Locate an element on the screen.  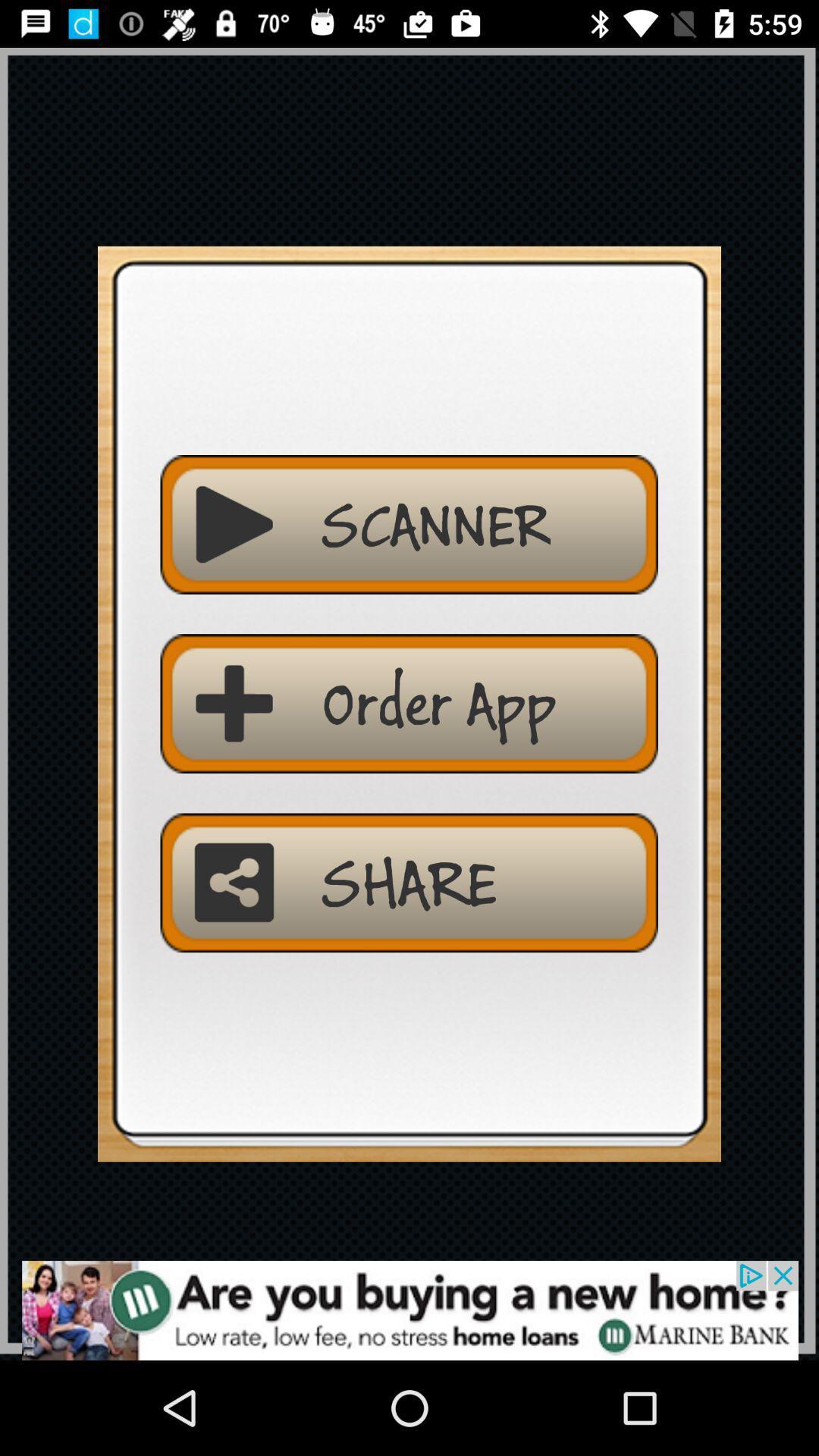
the advertisement is located at coordinates (409, 1310).